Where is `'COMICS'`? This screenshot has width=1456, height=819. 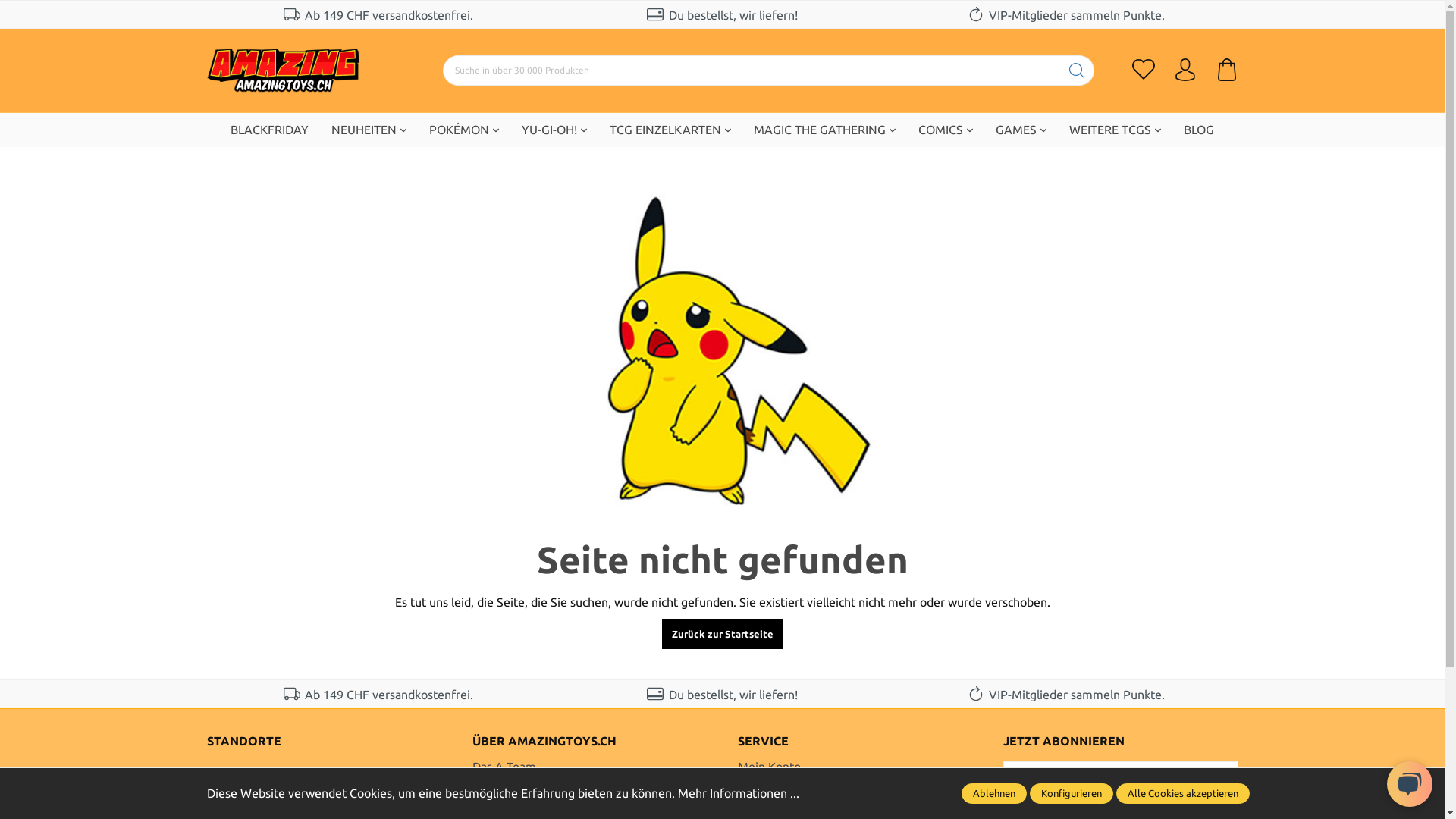
'COMICS' is located at coordinates (906, 128).